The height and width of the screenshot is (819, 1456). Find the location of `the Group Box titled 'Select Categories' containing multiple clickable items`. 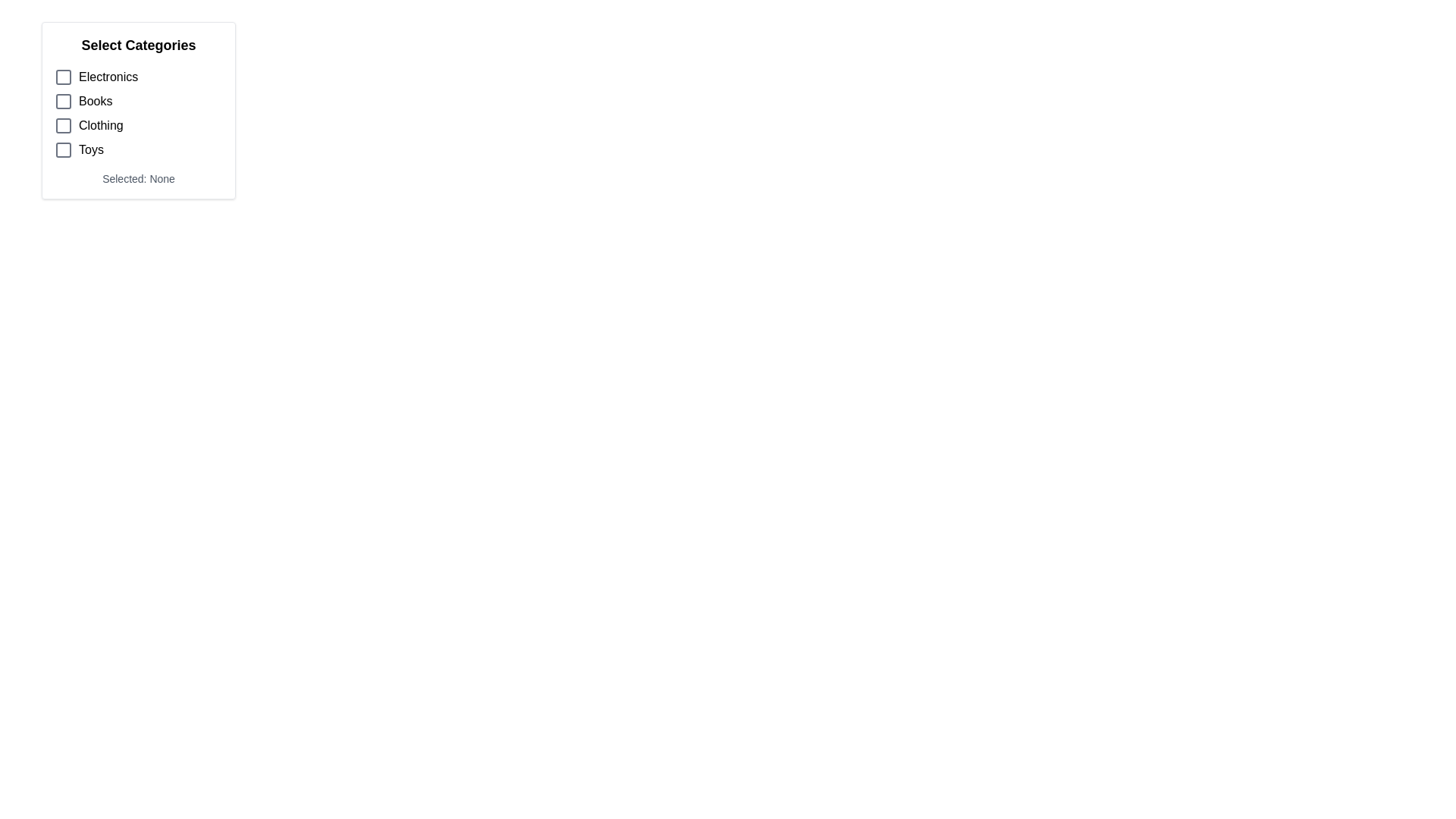

the Group Box titled 'Select Categories' containing multiple clickable items is located at coordinates (138, 110).